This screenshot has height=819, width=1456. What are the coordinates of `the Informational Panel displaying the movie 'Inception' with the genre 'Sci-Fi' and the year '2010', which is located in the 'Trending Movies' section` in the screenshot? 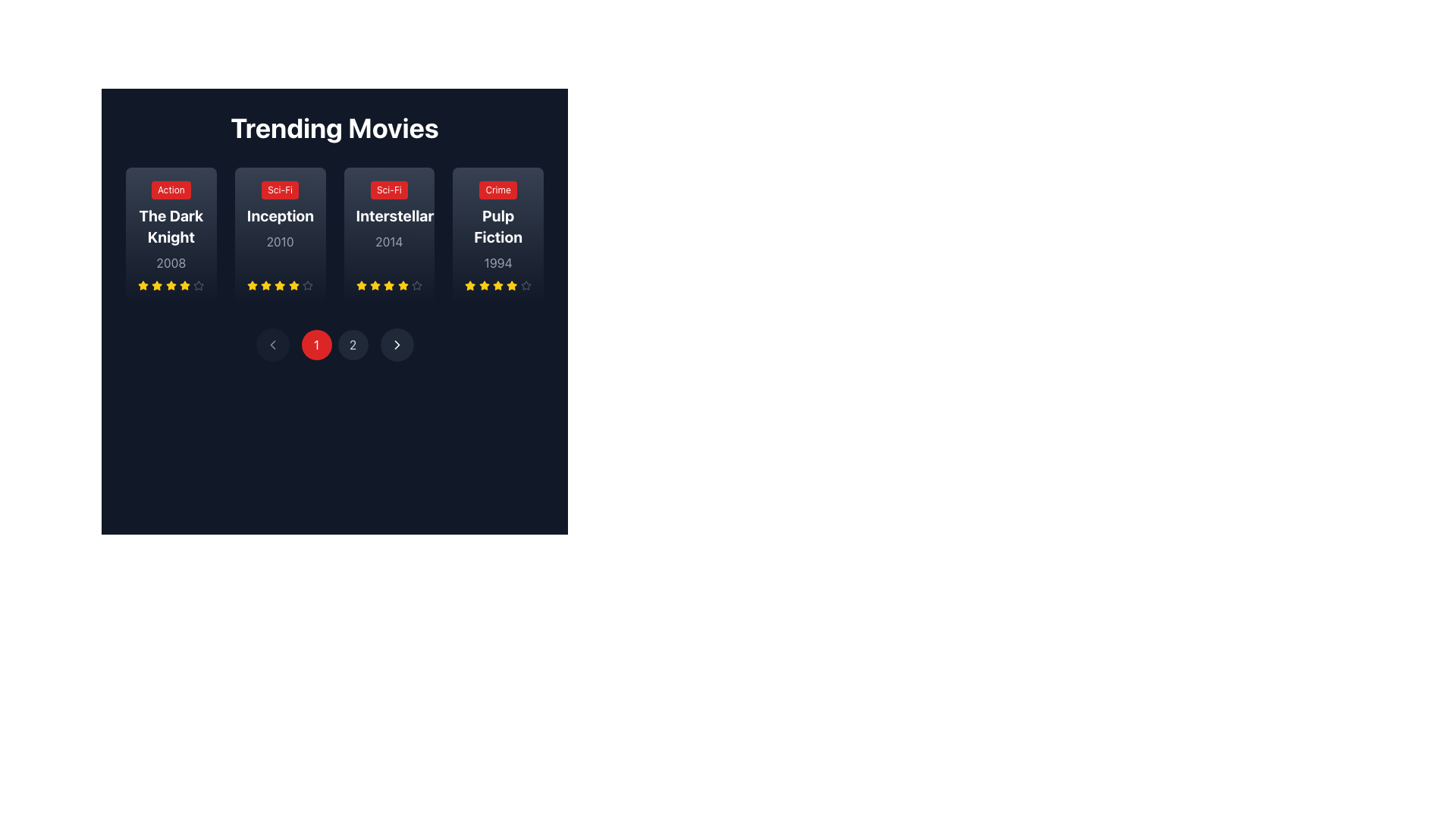 It's located at (280, 215).